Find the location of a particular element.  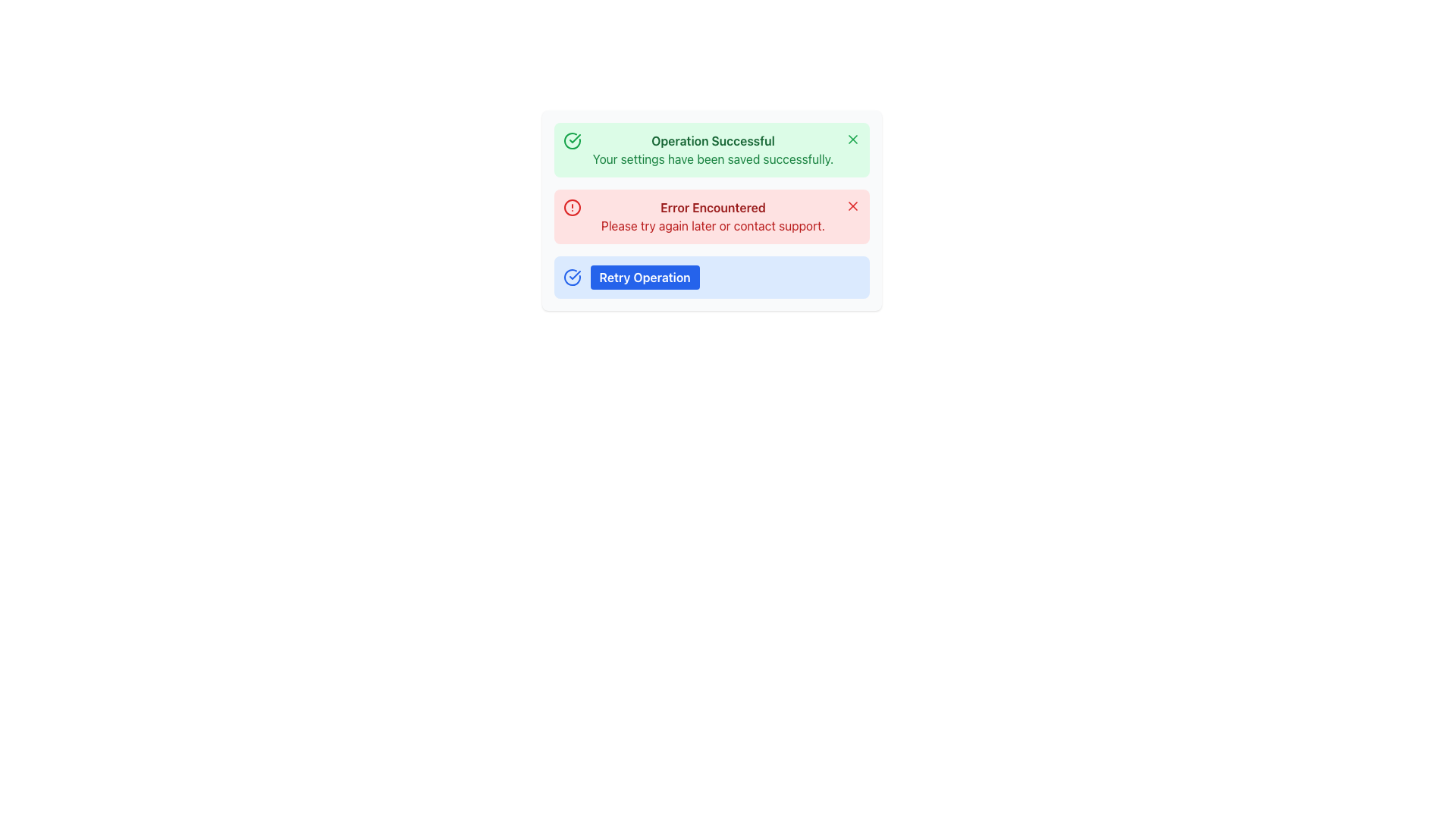

the error status icon located in the top-left corner of the error message panel, next to the red 'Error Encountered' heading is located at coordinates (571, 207).